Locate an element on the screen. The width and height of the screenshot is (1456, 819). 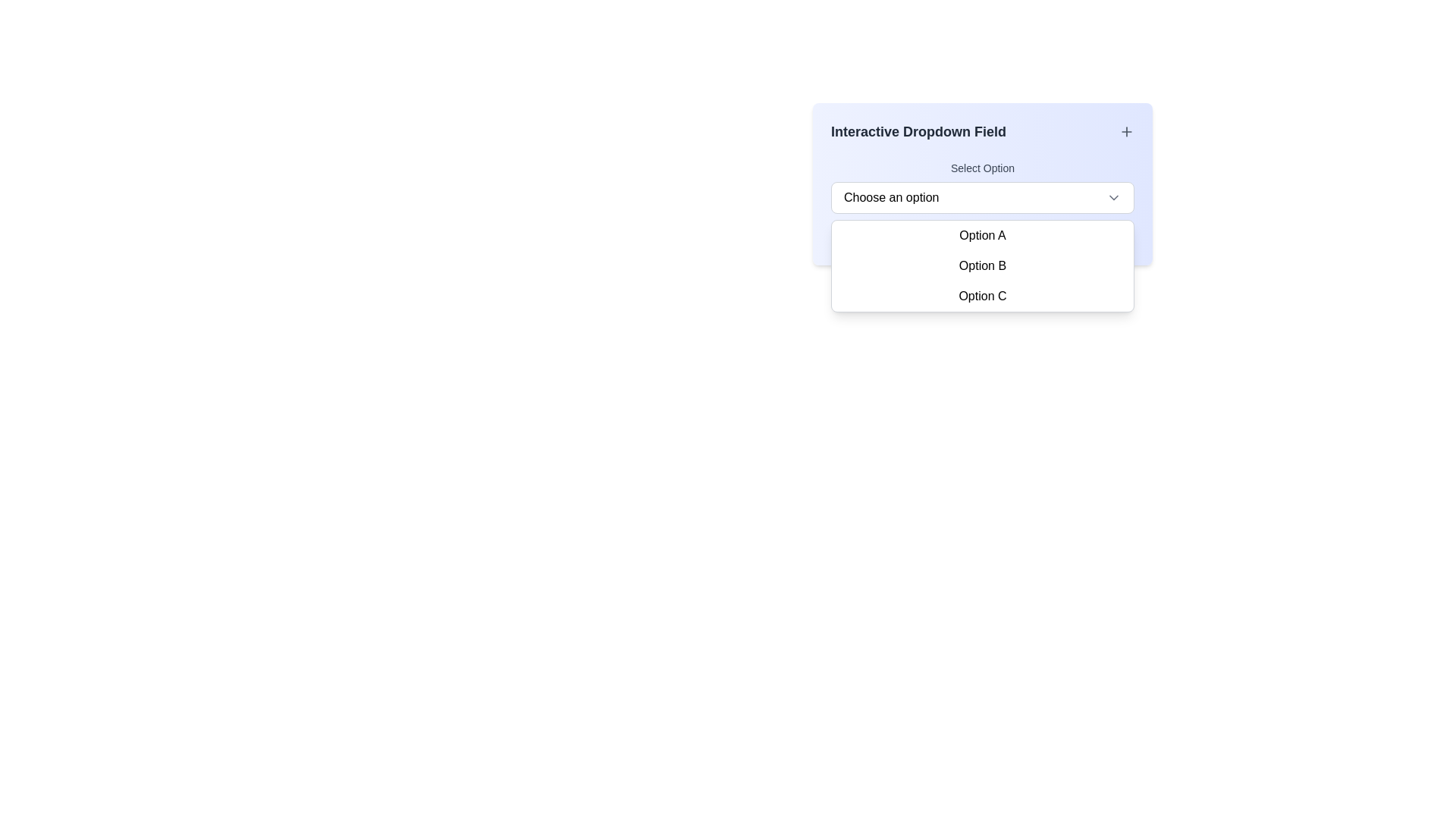
the dropdown menu located inside the 'Interactive Dropdown Field' labeled 'Select Option' is located at coordinates (983, 186).